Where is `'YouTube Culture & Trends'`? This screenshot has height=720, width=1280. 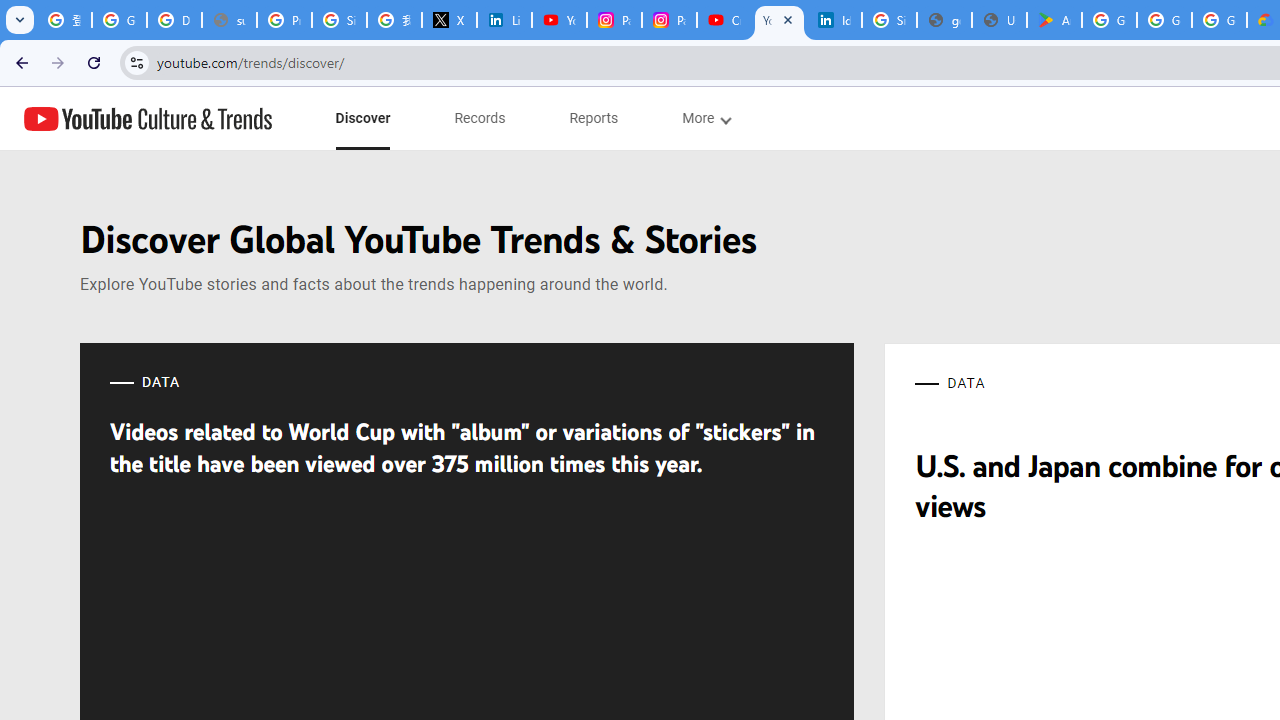 'YouTube Culture & Trends' is located at coordinates (146, 118).